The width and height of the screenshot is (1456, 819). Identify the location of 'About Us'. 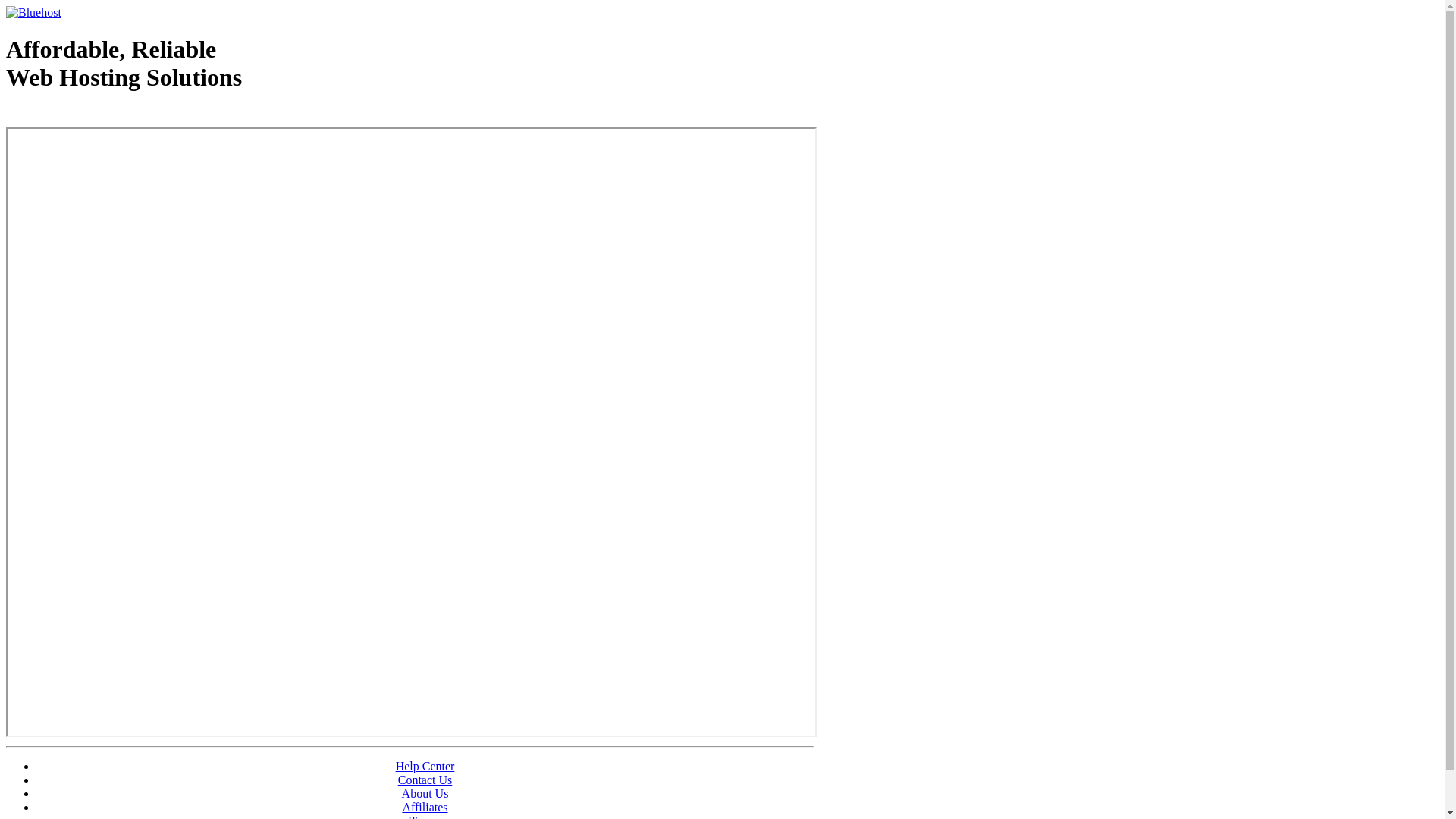
(401, 792).